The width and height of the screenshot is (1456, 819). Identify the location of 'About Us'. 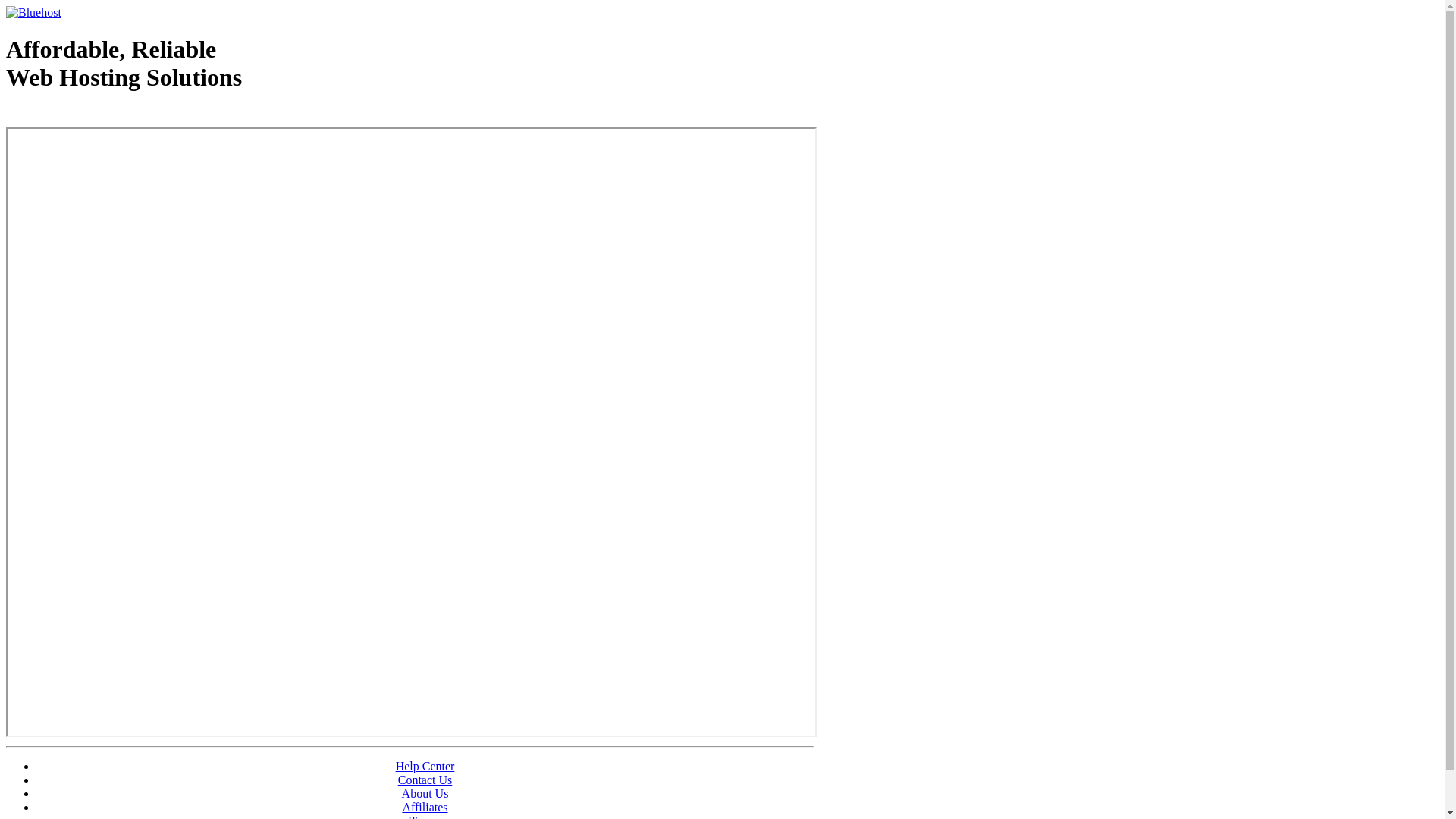
(401, 792).